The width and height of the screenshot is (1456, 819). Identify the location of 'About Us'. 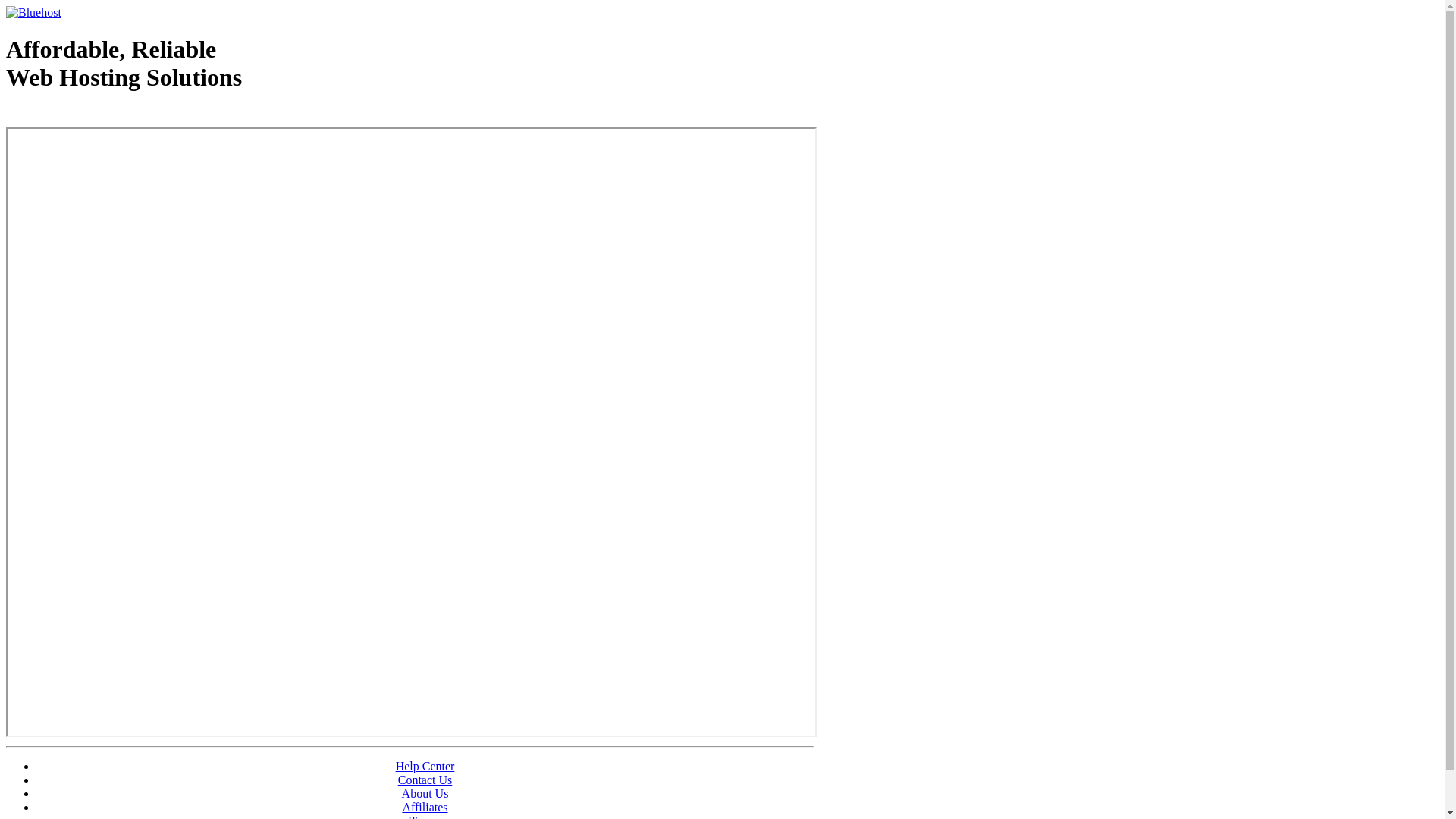
(401, 792).